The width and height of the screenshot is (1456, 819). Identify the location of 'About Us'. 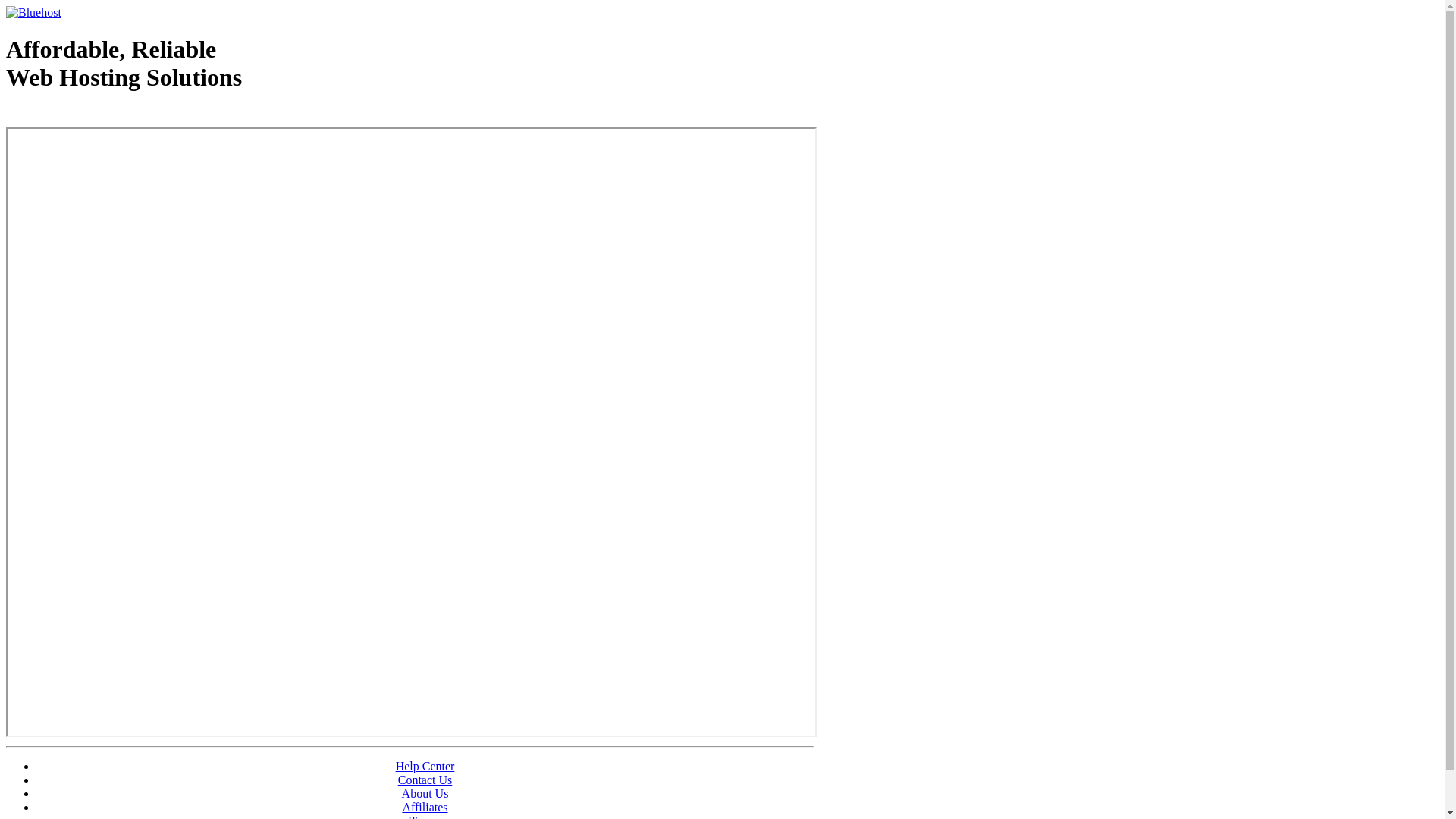
(401, 792).